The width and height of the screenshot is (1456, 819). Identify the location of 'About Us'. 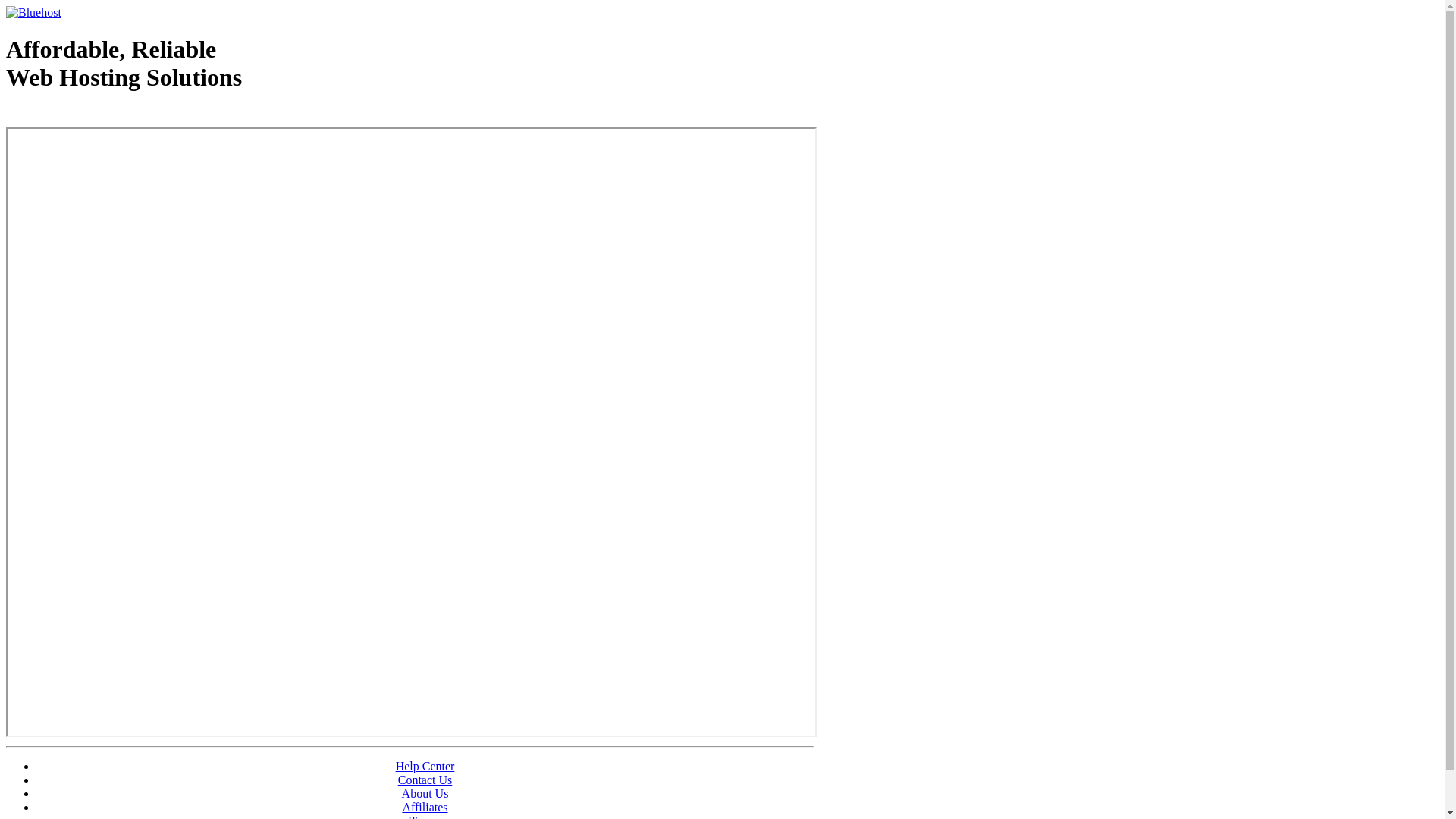
(401, 792).